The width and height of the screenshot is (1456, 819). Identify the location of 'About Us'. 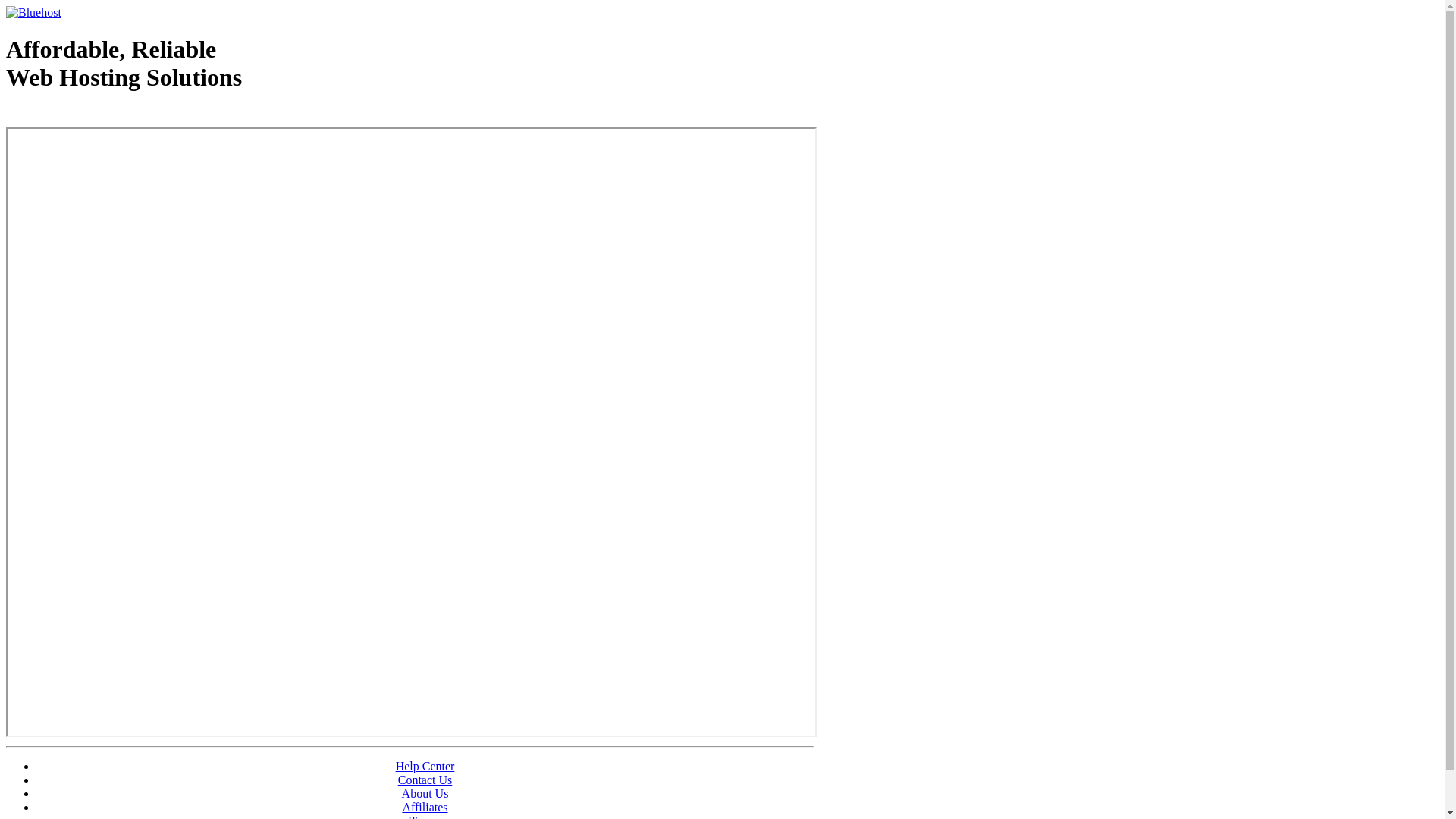
(401, 792).